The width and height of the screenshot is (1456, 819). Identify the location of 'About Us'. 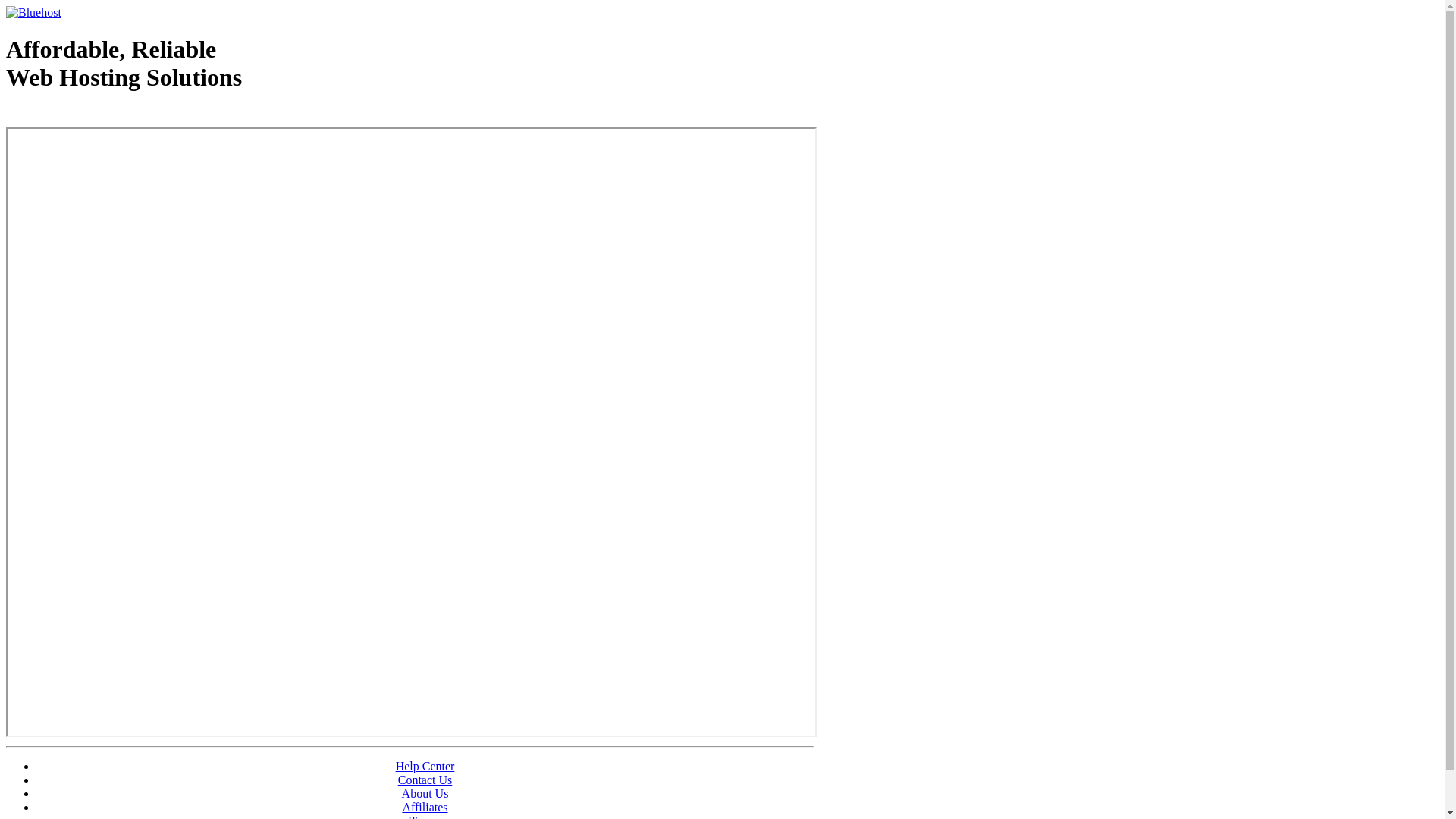
(401, 792).